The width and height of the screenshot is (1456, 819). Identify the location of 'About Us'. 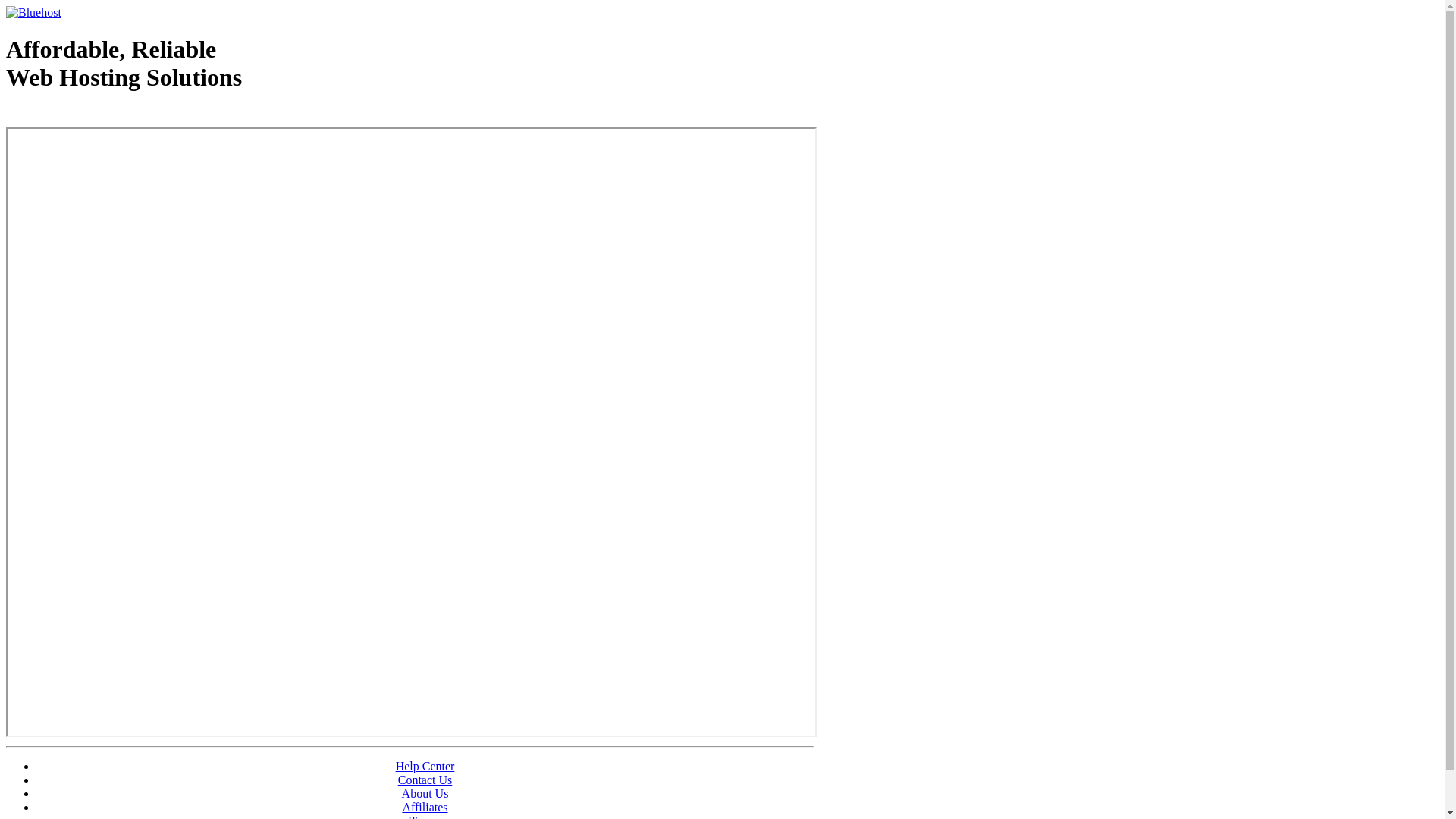
(401, 792).